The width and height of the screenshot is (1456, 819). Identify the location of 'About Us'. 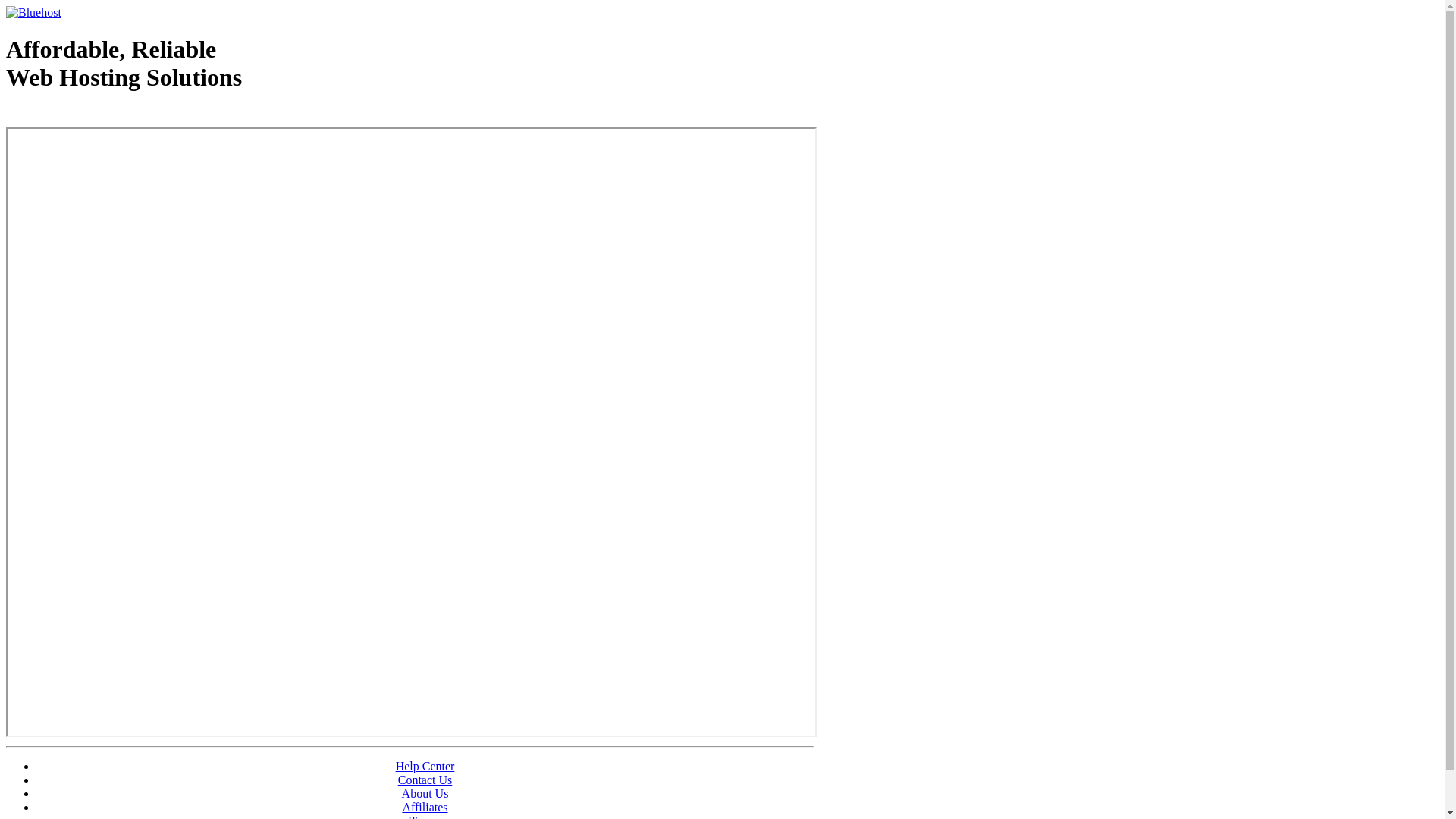
(401, 792).